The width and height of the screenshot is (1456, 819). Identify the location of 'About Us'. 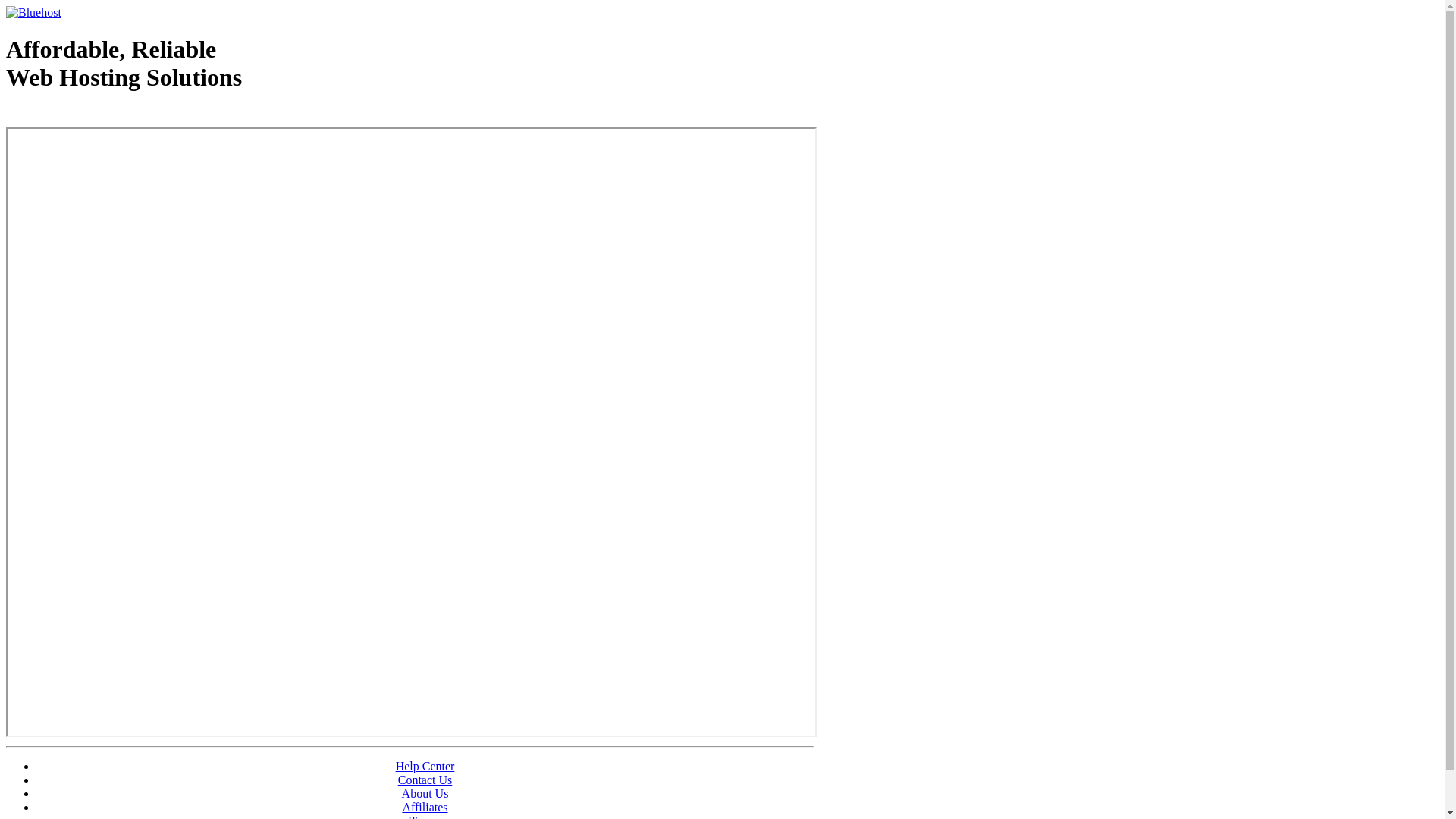
(401, 792).